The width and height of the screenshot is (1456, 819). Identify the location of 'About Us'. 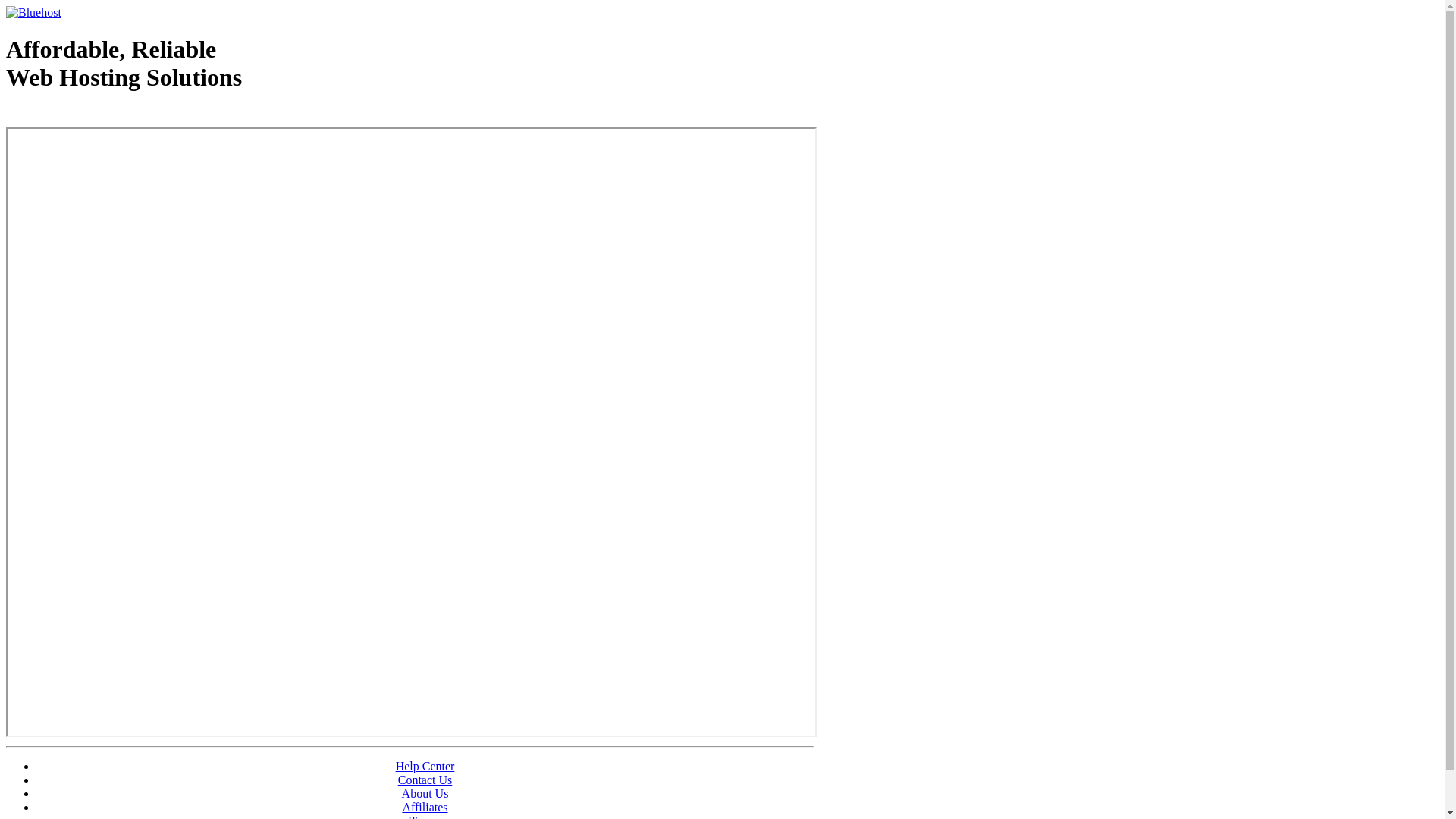
(401, 792).